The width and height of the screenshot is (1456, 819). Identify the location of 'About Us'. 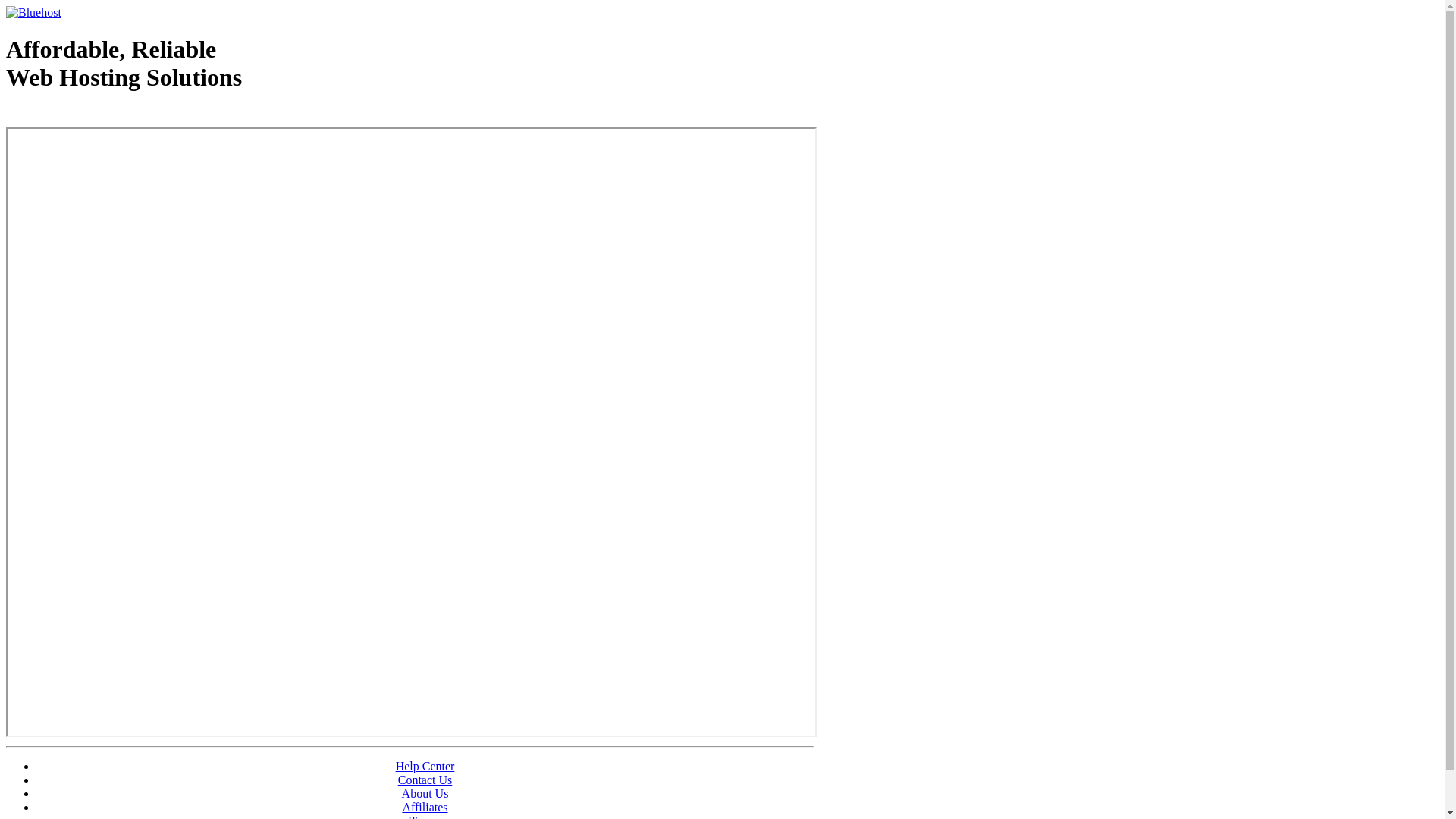
(401, 792).